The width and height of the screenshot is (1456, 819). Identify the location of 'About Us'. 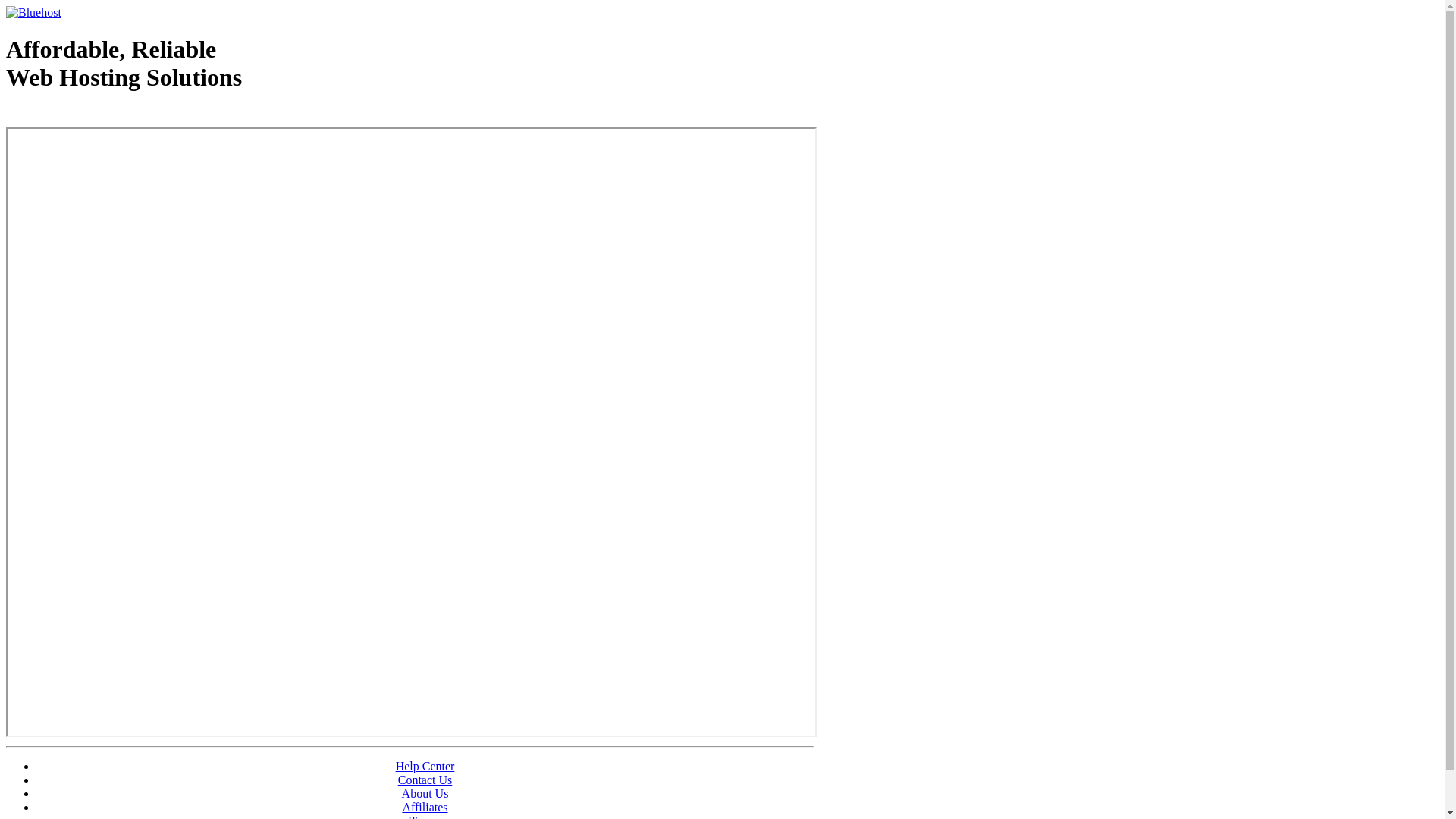
(401, 792).